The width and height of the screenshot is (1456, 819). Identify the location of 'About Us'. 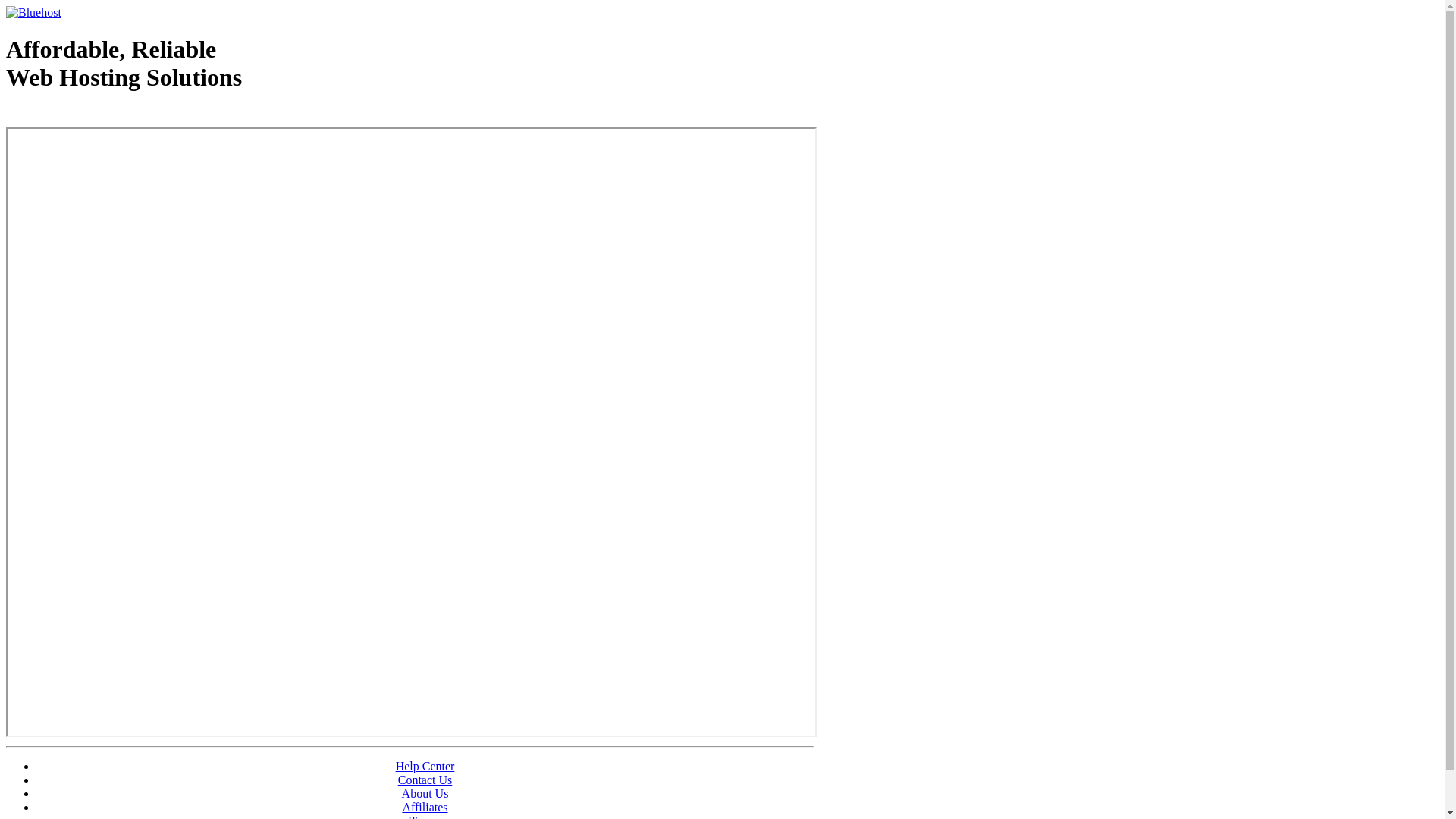
(401, 792).